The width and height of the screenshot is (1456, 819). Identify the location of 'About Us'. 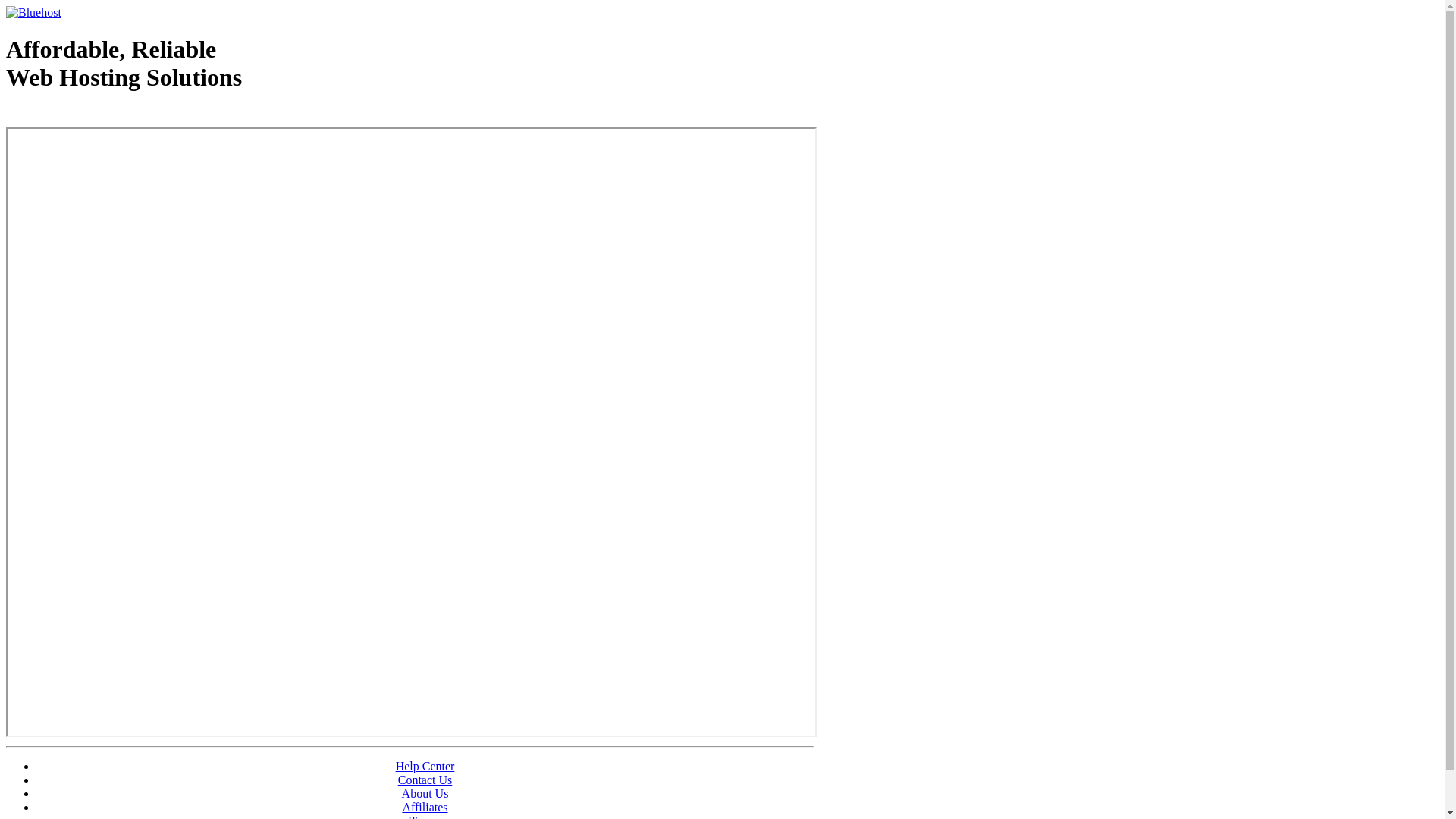
(401, 792).